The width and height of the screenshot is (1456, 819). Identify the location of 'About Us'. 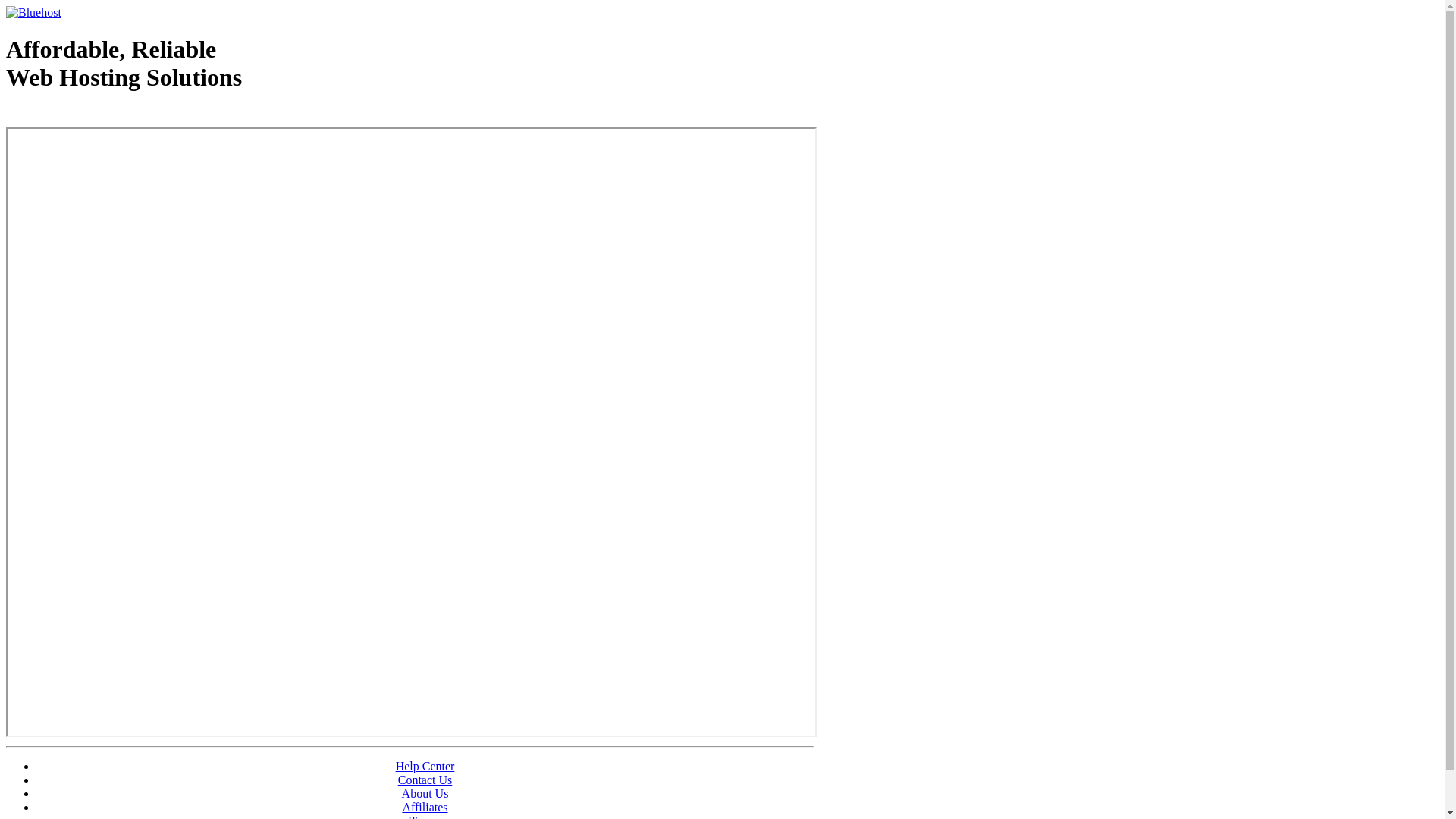
(401, 792).